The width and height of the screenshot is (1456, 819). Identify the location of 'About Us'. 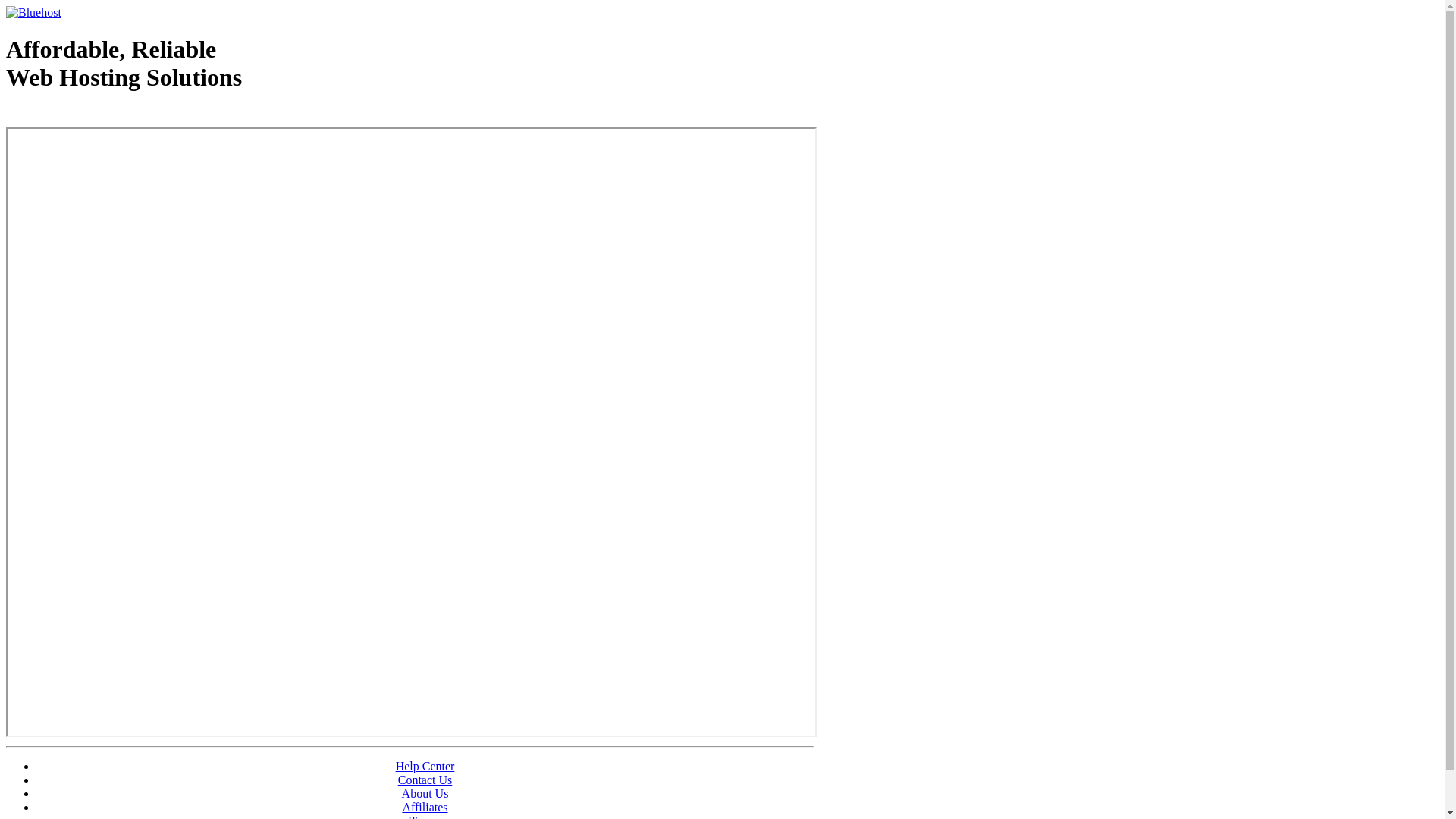
(401, 792).